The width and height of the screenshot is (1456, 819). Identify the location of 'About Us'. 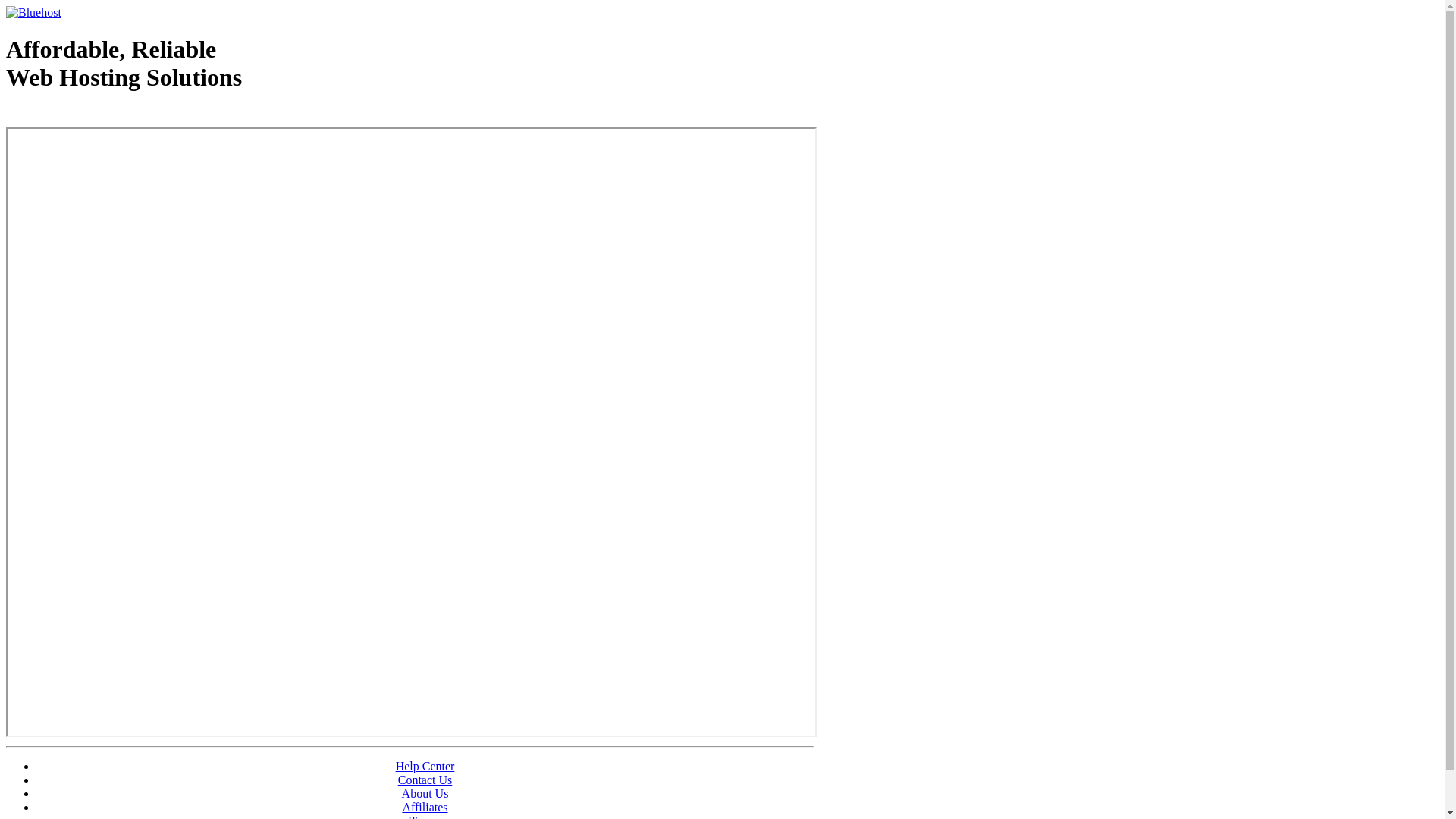
(401, 792).